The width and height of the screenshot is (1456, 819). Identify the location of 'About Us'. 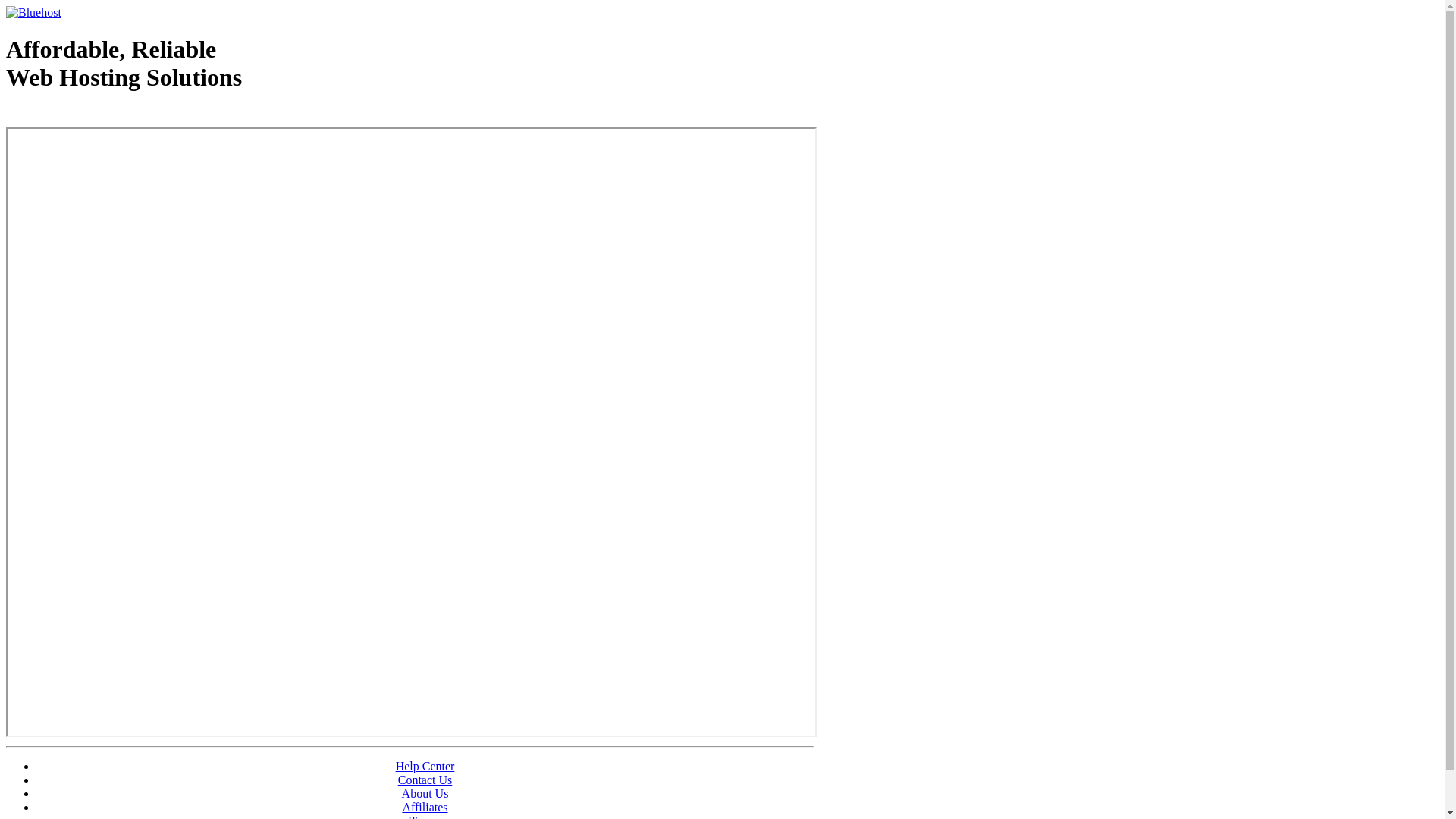
(401, 792).